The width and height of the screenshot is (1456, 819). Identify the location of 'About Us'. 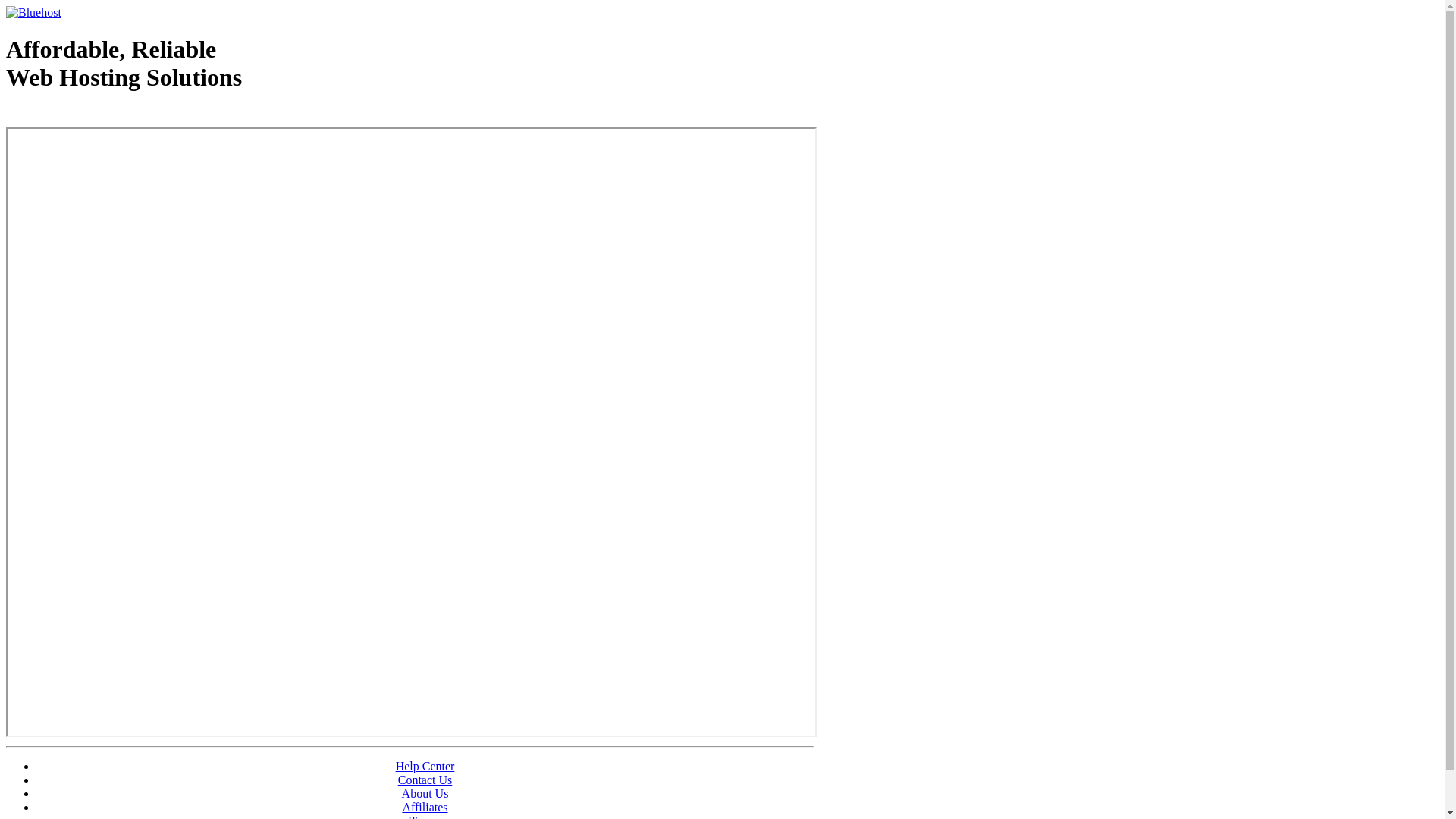
(401, 792).